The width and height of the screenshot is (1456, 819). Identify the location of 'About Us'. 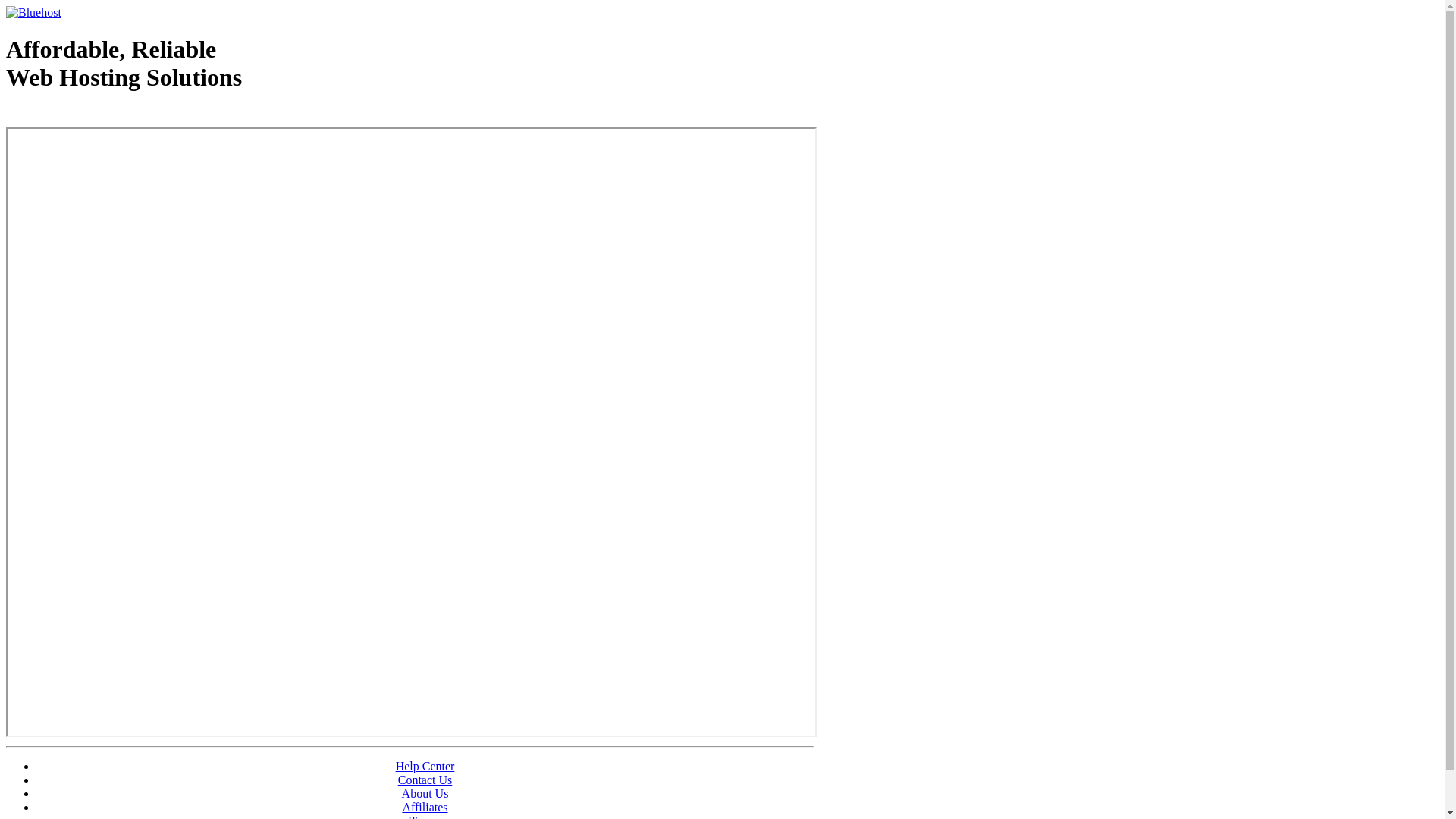
(401, 792).